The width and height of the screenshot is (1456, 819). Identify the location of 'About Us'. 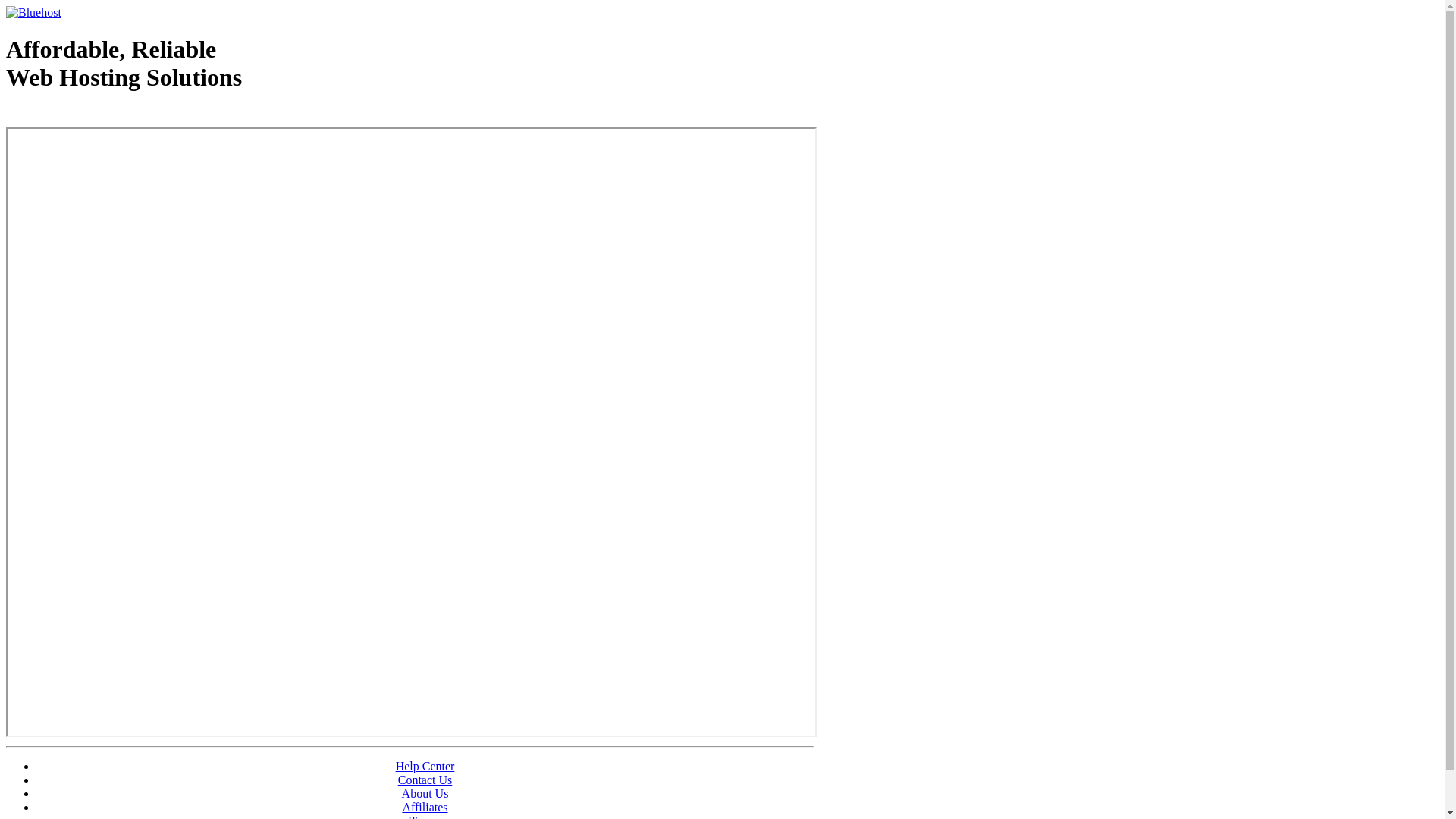
(401, 792).